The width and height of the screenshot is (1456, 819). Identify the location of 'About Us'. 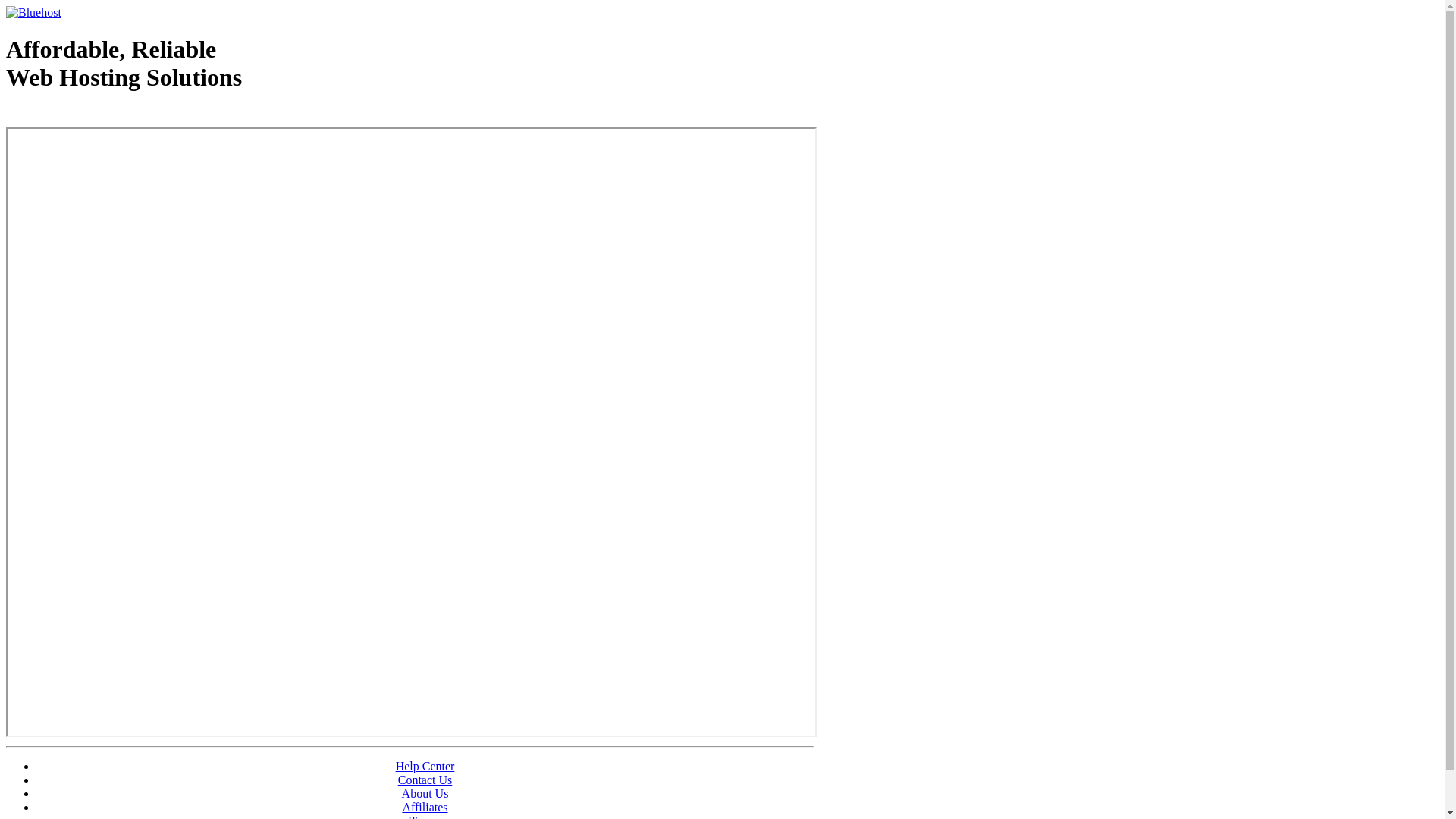
(401, 792).